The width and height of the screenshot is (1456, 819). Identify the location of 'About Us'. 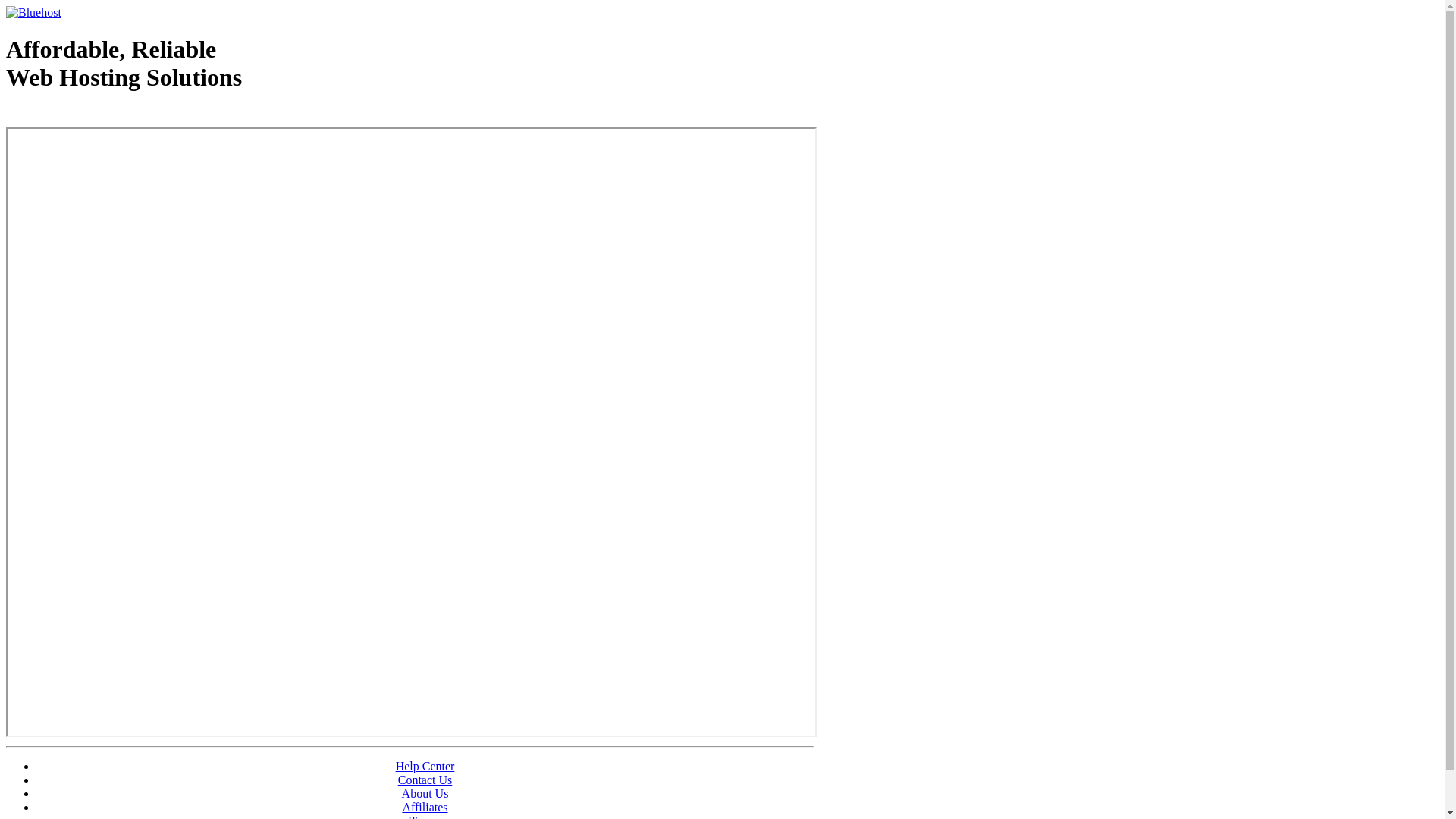
(401, 792).